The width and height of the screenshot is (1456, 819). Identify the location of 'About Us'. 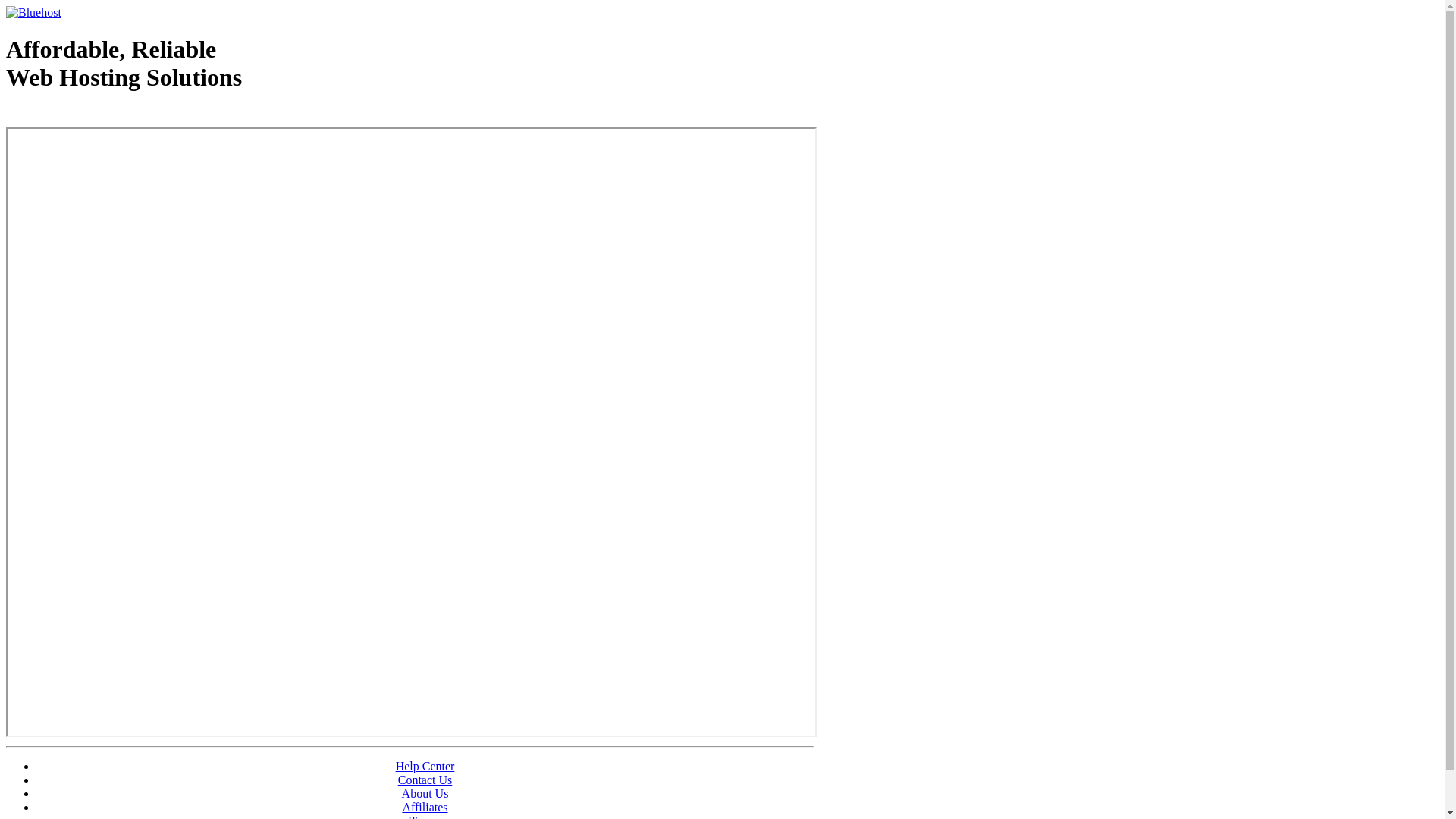
(401, 792).